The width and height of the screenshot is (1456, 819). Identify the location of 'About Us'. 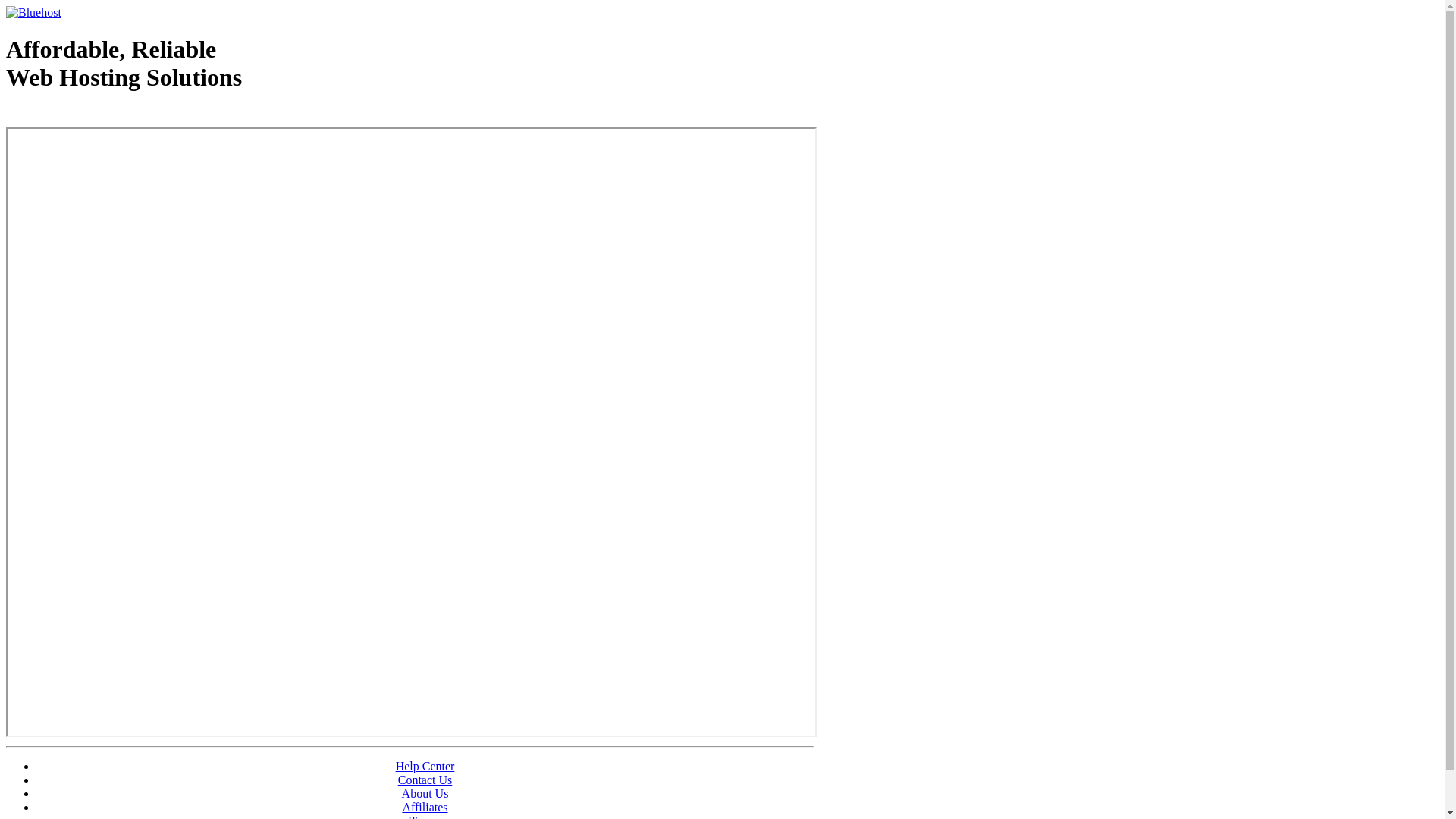
(401, 792).